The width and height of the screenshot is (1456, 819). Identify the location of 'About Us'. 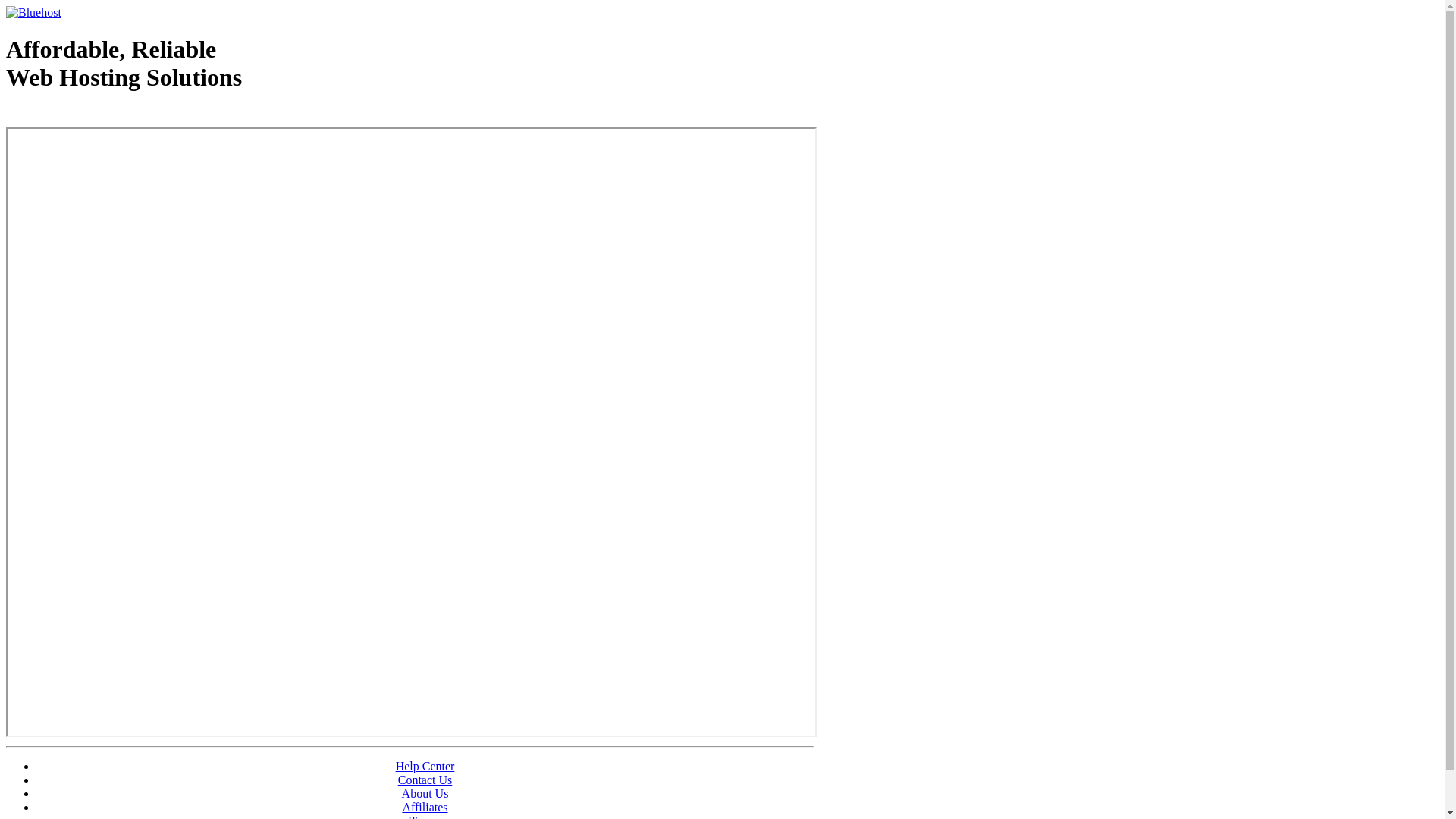
(401, 792).